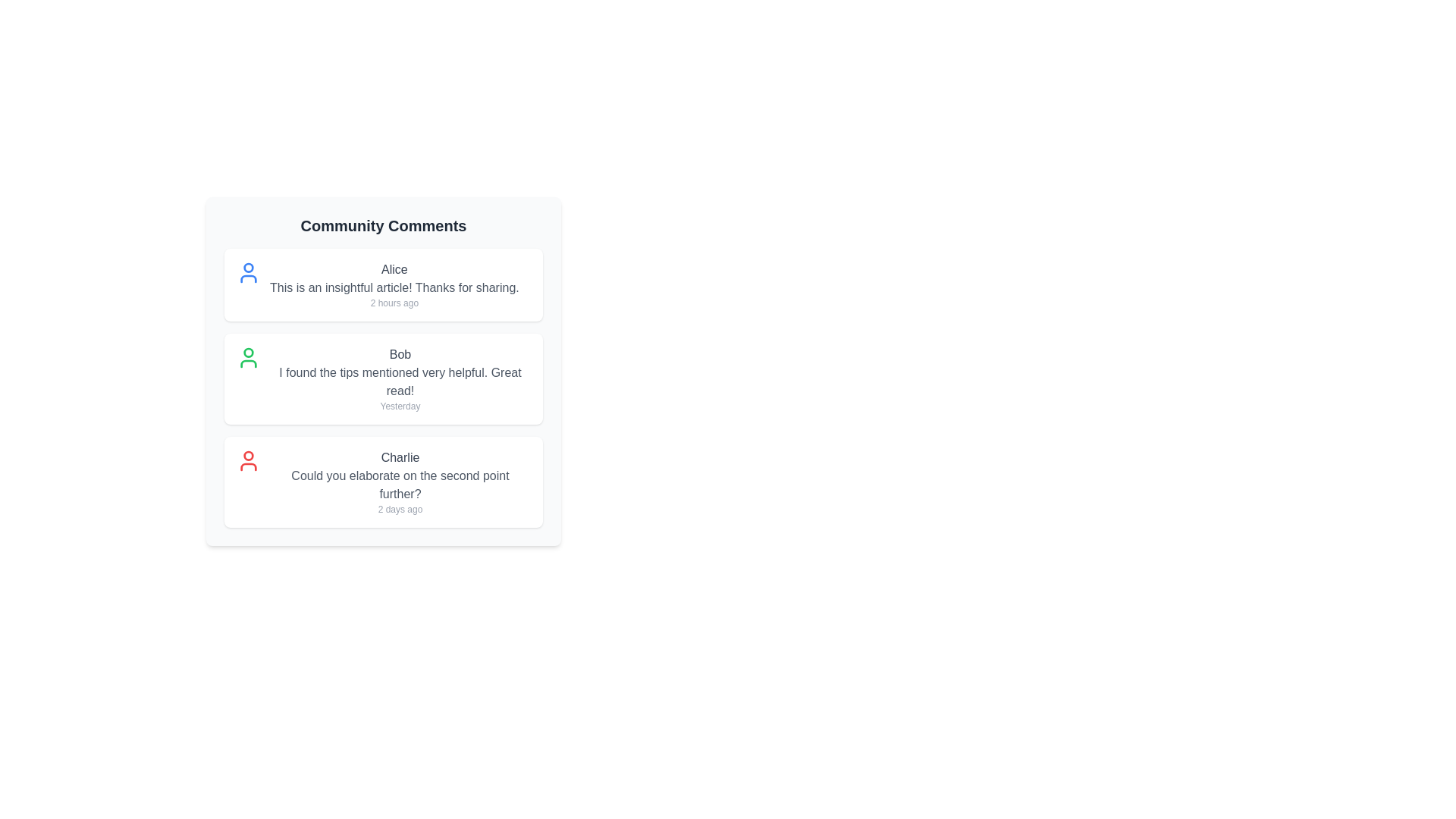 The image size is (1456, 819). Describe the element at coordinates (248, 357) in the screenshot. I see `the avatar of Bob to view their profile` at that location.